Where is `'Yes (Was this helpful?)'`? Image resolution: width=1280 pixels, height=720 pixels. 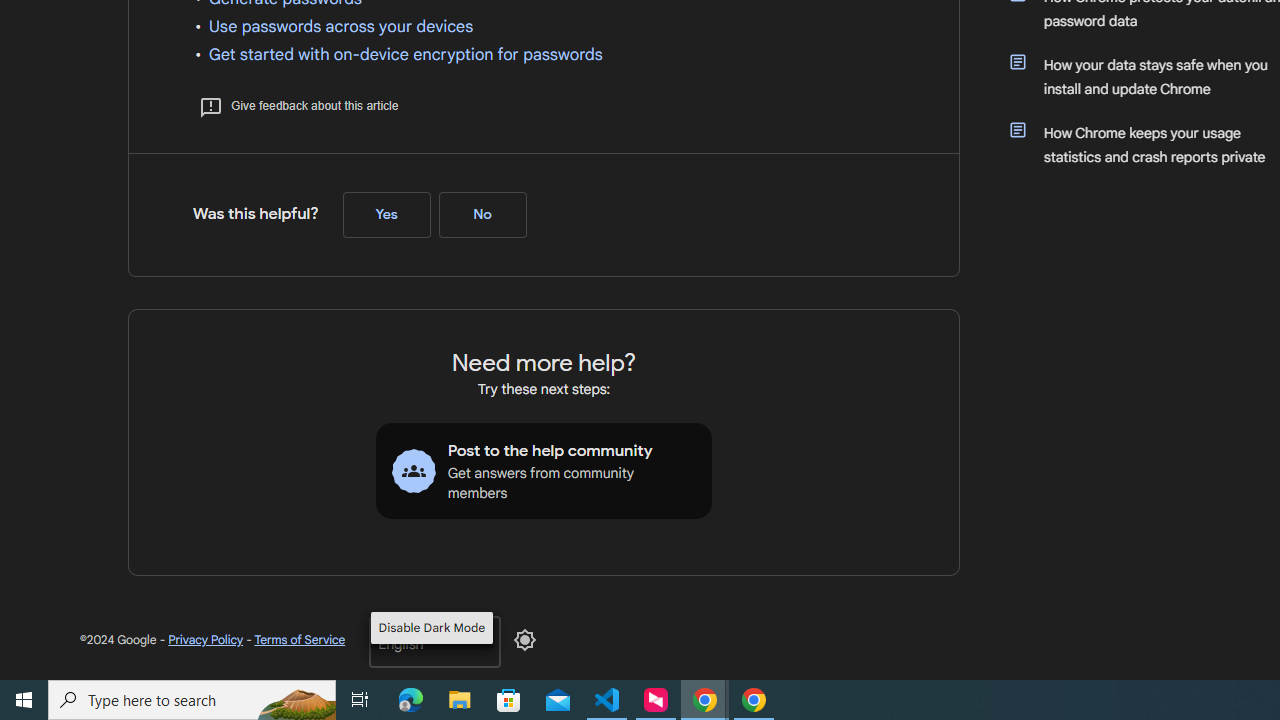
'Yes (Was this helpful?)' is located at coordinates (386, 215).